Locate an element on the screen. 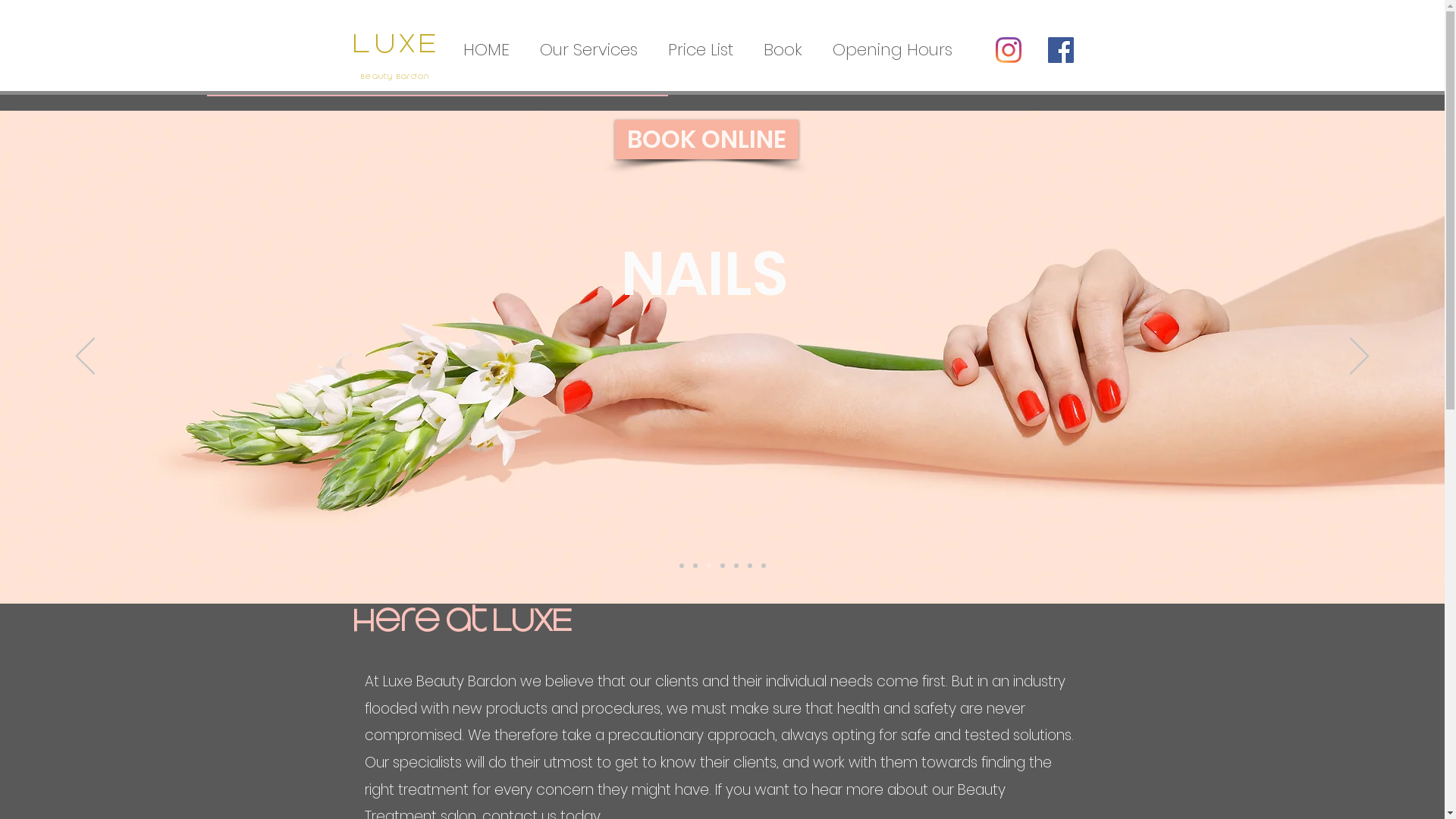 The width and height of the screenshot is (1456, 819). 'Our Services' is located at coordinates (588, 49).